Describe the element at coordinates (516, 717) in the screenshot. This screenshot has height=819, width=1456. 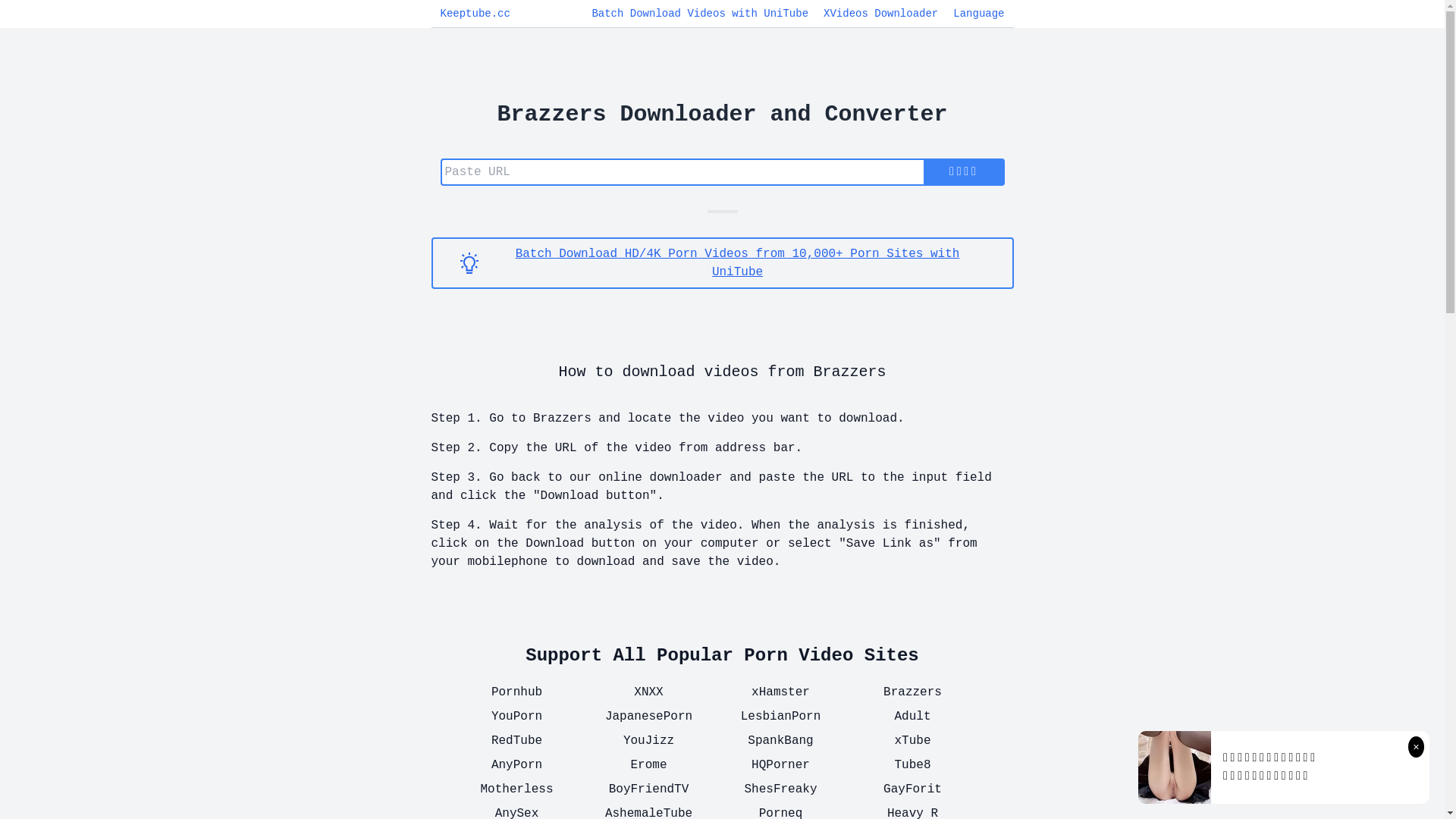
I see `'YouPorn'` at that location.